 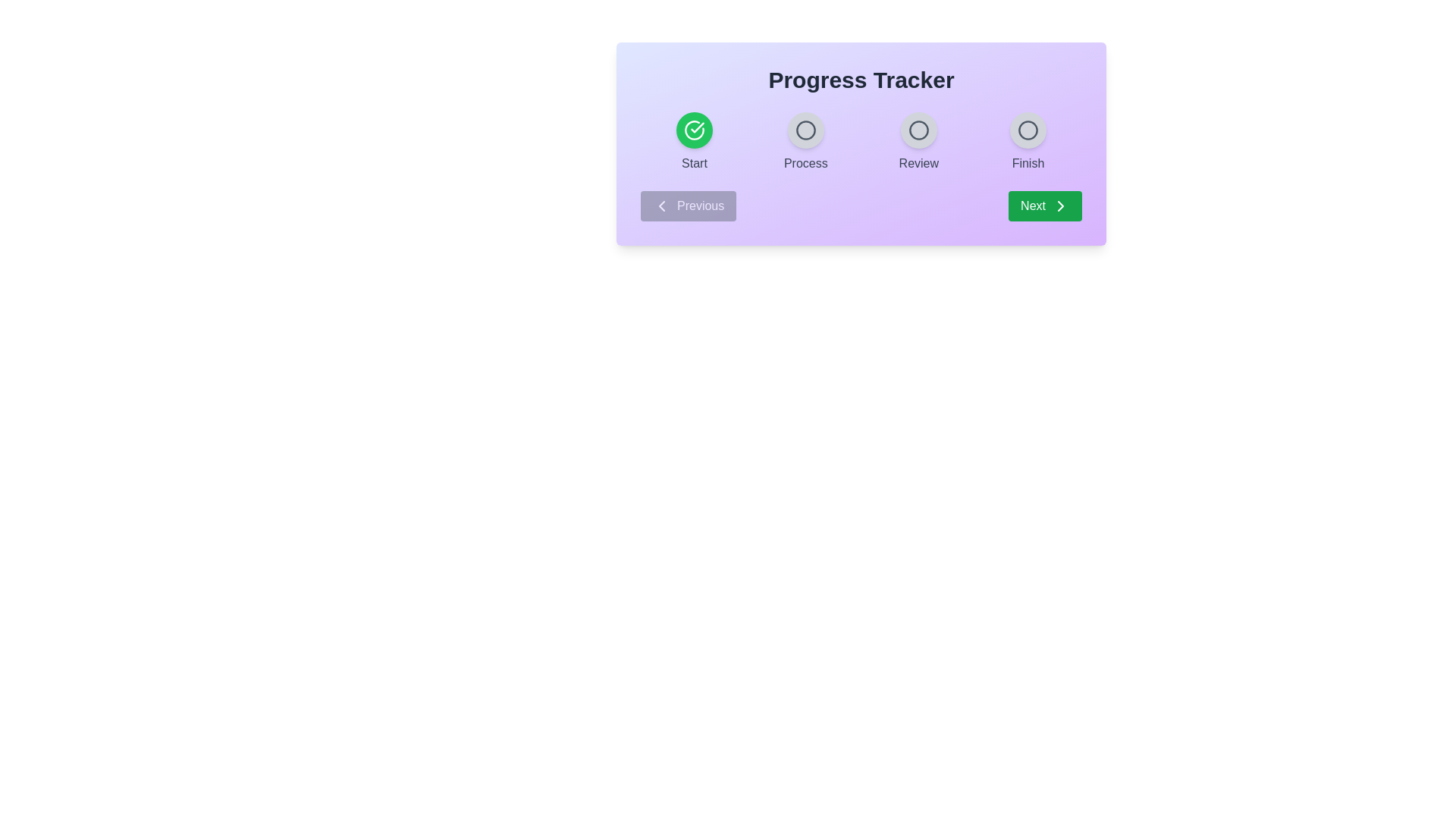 I want to click on the chevron icon located to the left of the 'Previous' button in the bottom-left corner of the tracker interface, so click(x=662, y=206).